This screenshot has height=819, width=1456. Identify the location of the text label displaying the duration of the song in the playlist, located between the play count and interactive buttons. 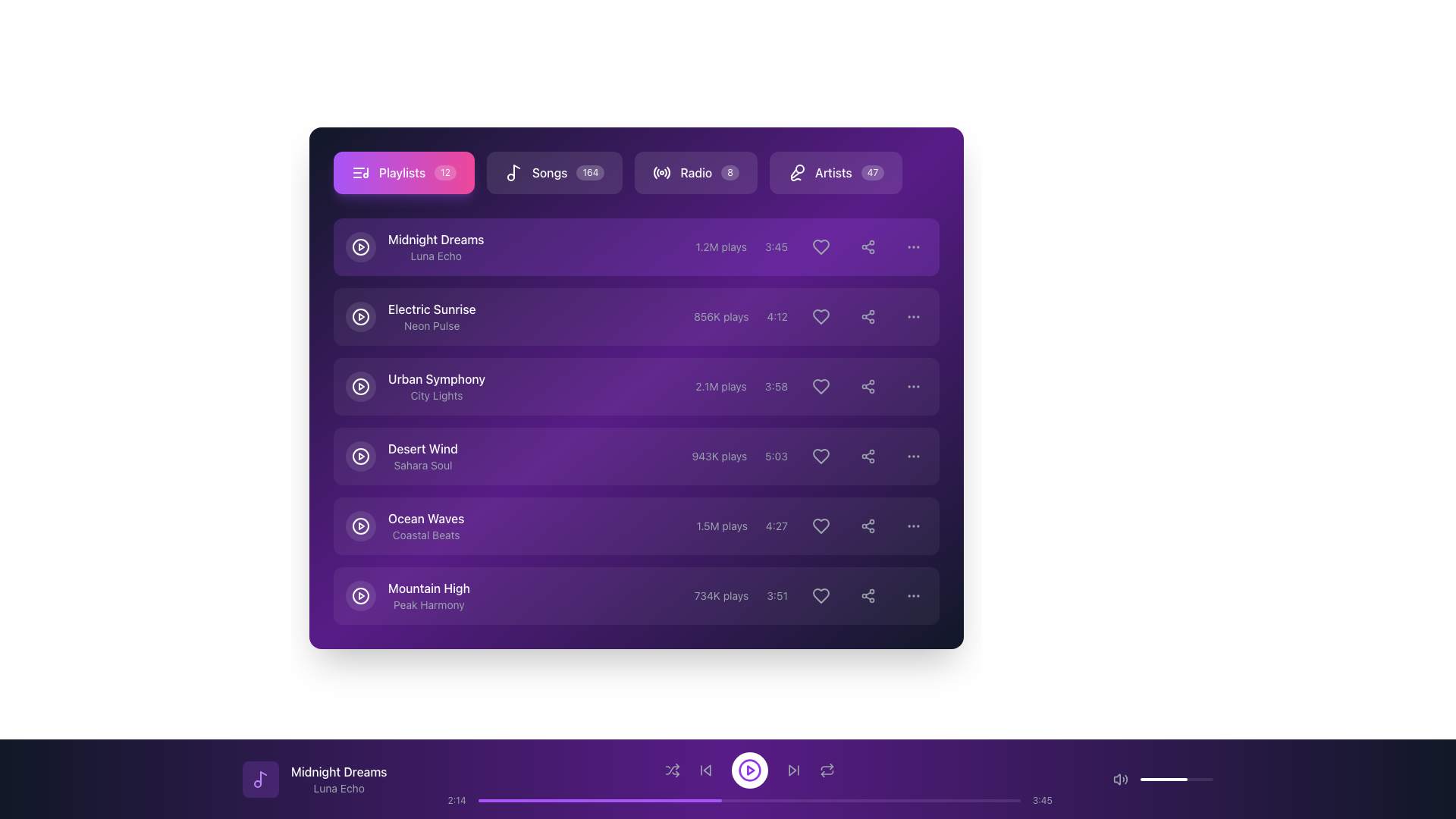
(776, 246).